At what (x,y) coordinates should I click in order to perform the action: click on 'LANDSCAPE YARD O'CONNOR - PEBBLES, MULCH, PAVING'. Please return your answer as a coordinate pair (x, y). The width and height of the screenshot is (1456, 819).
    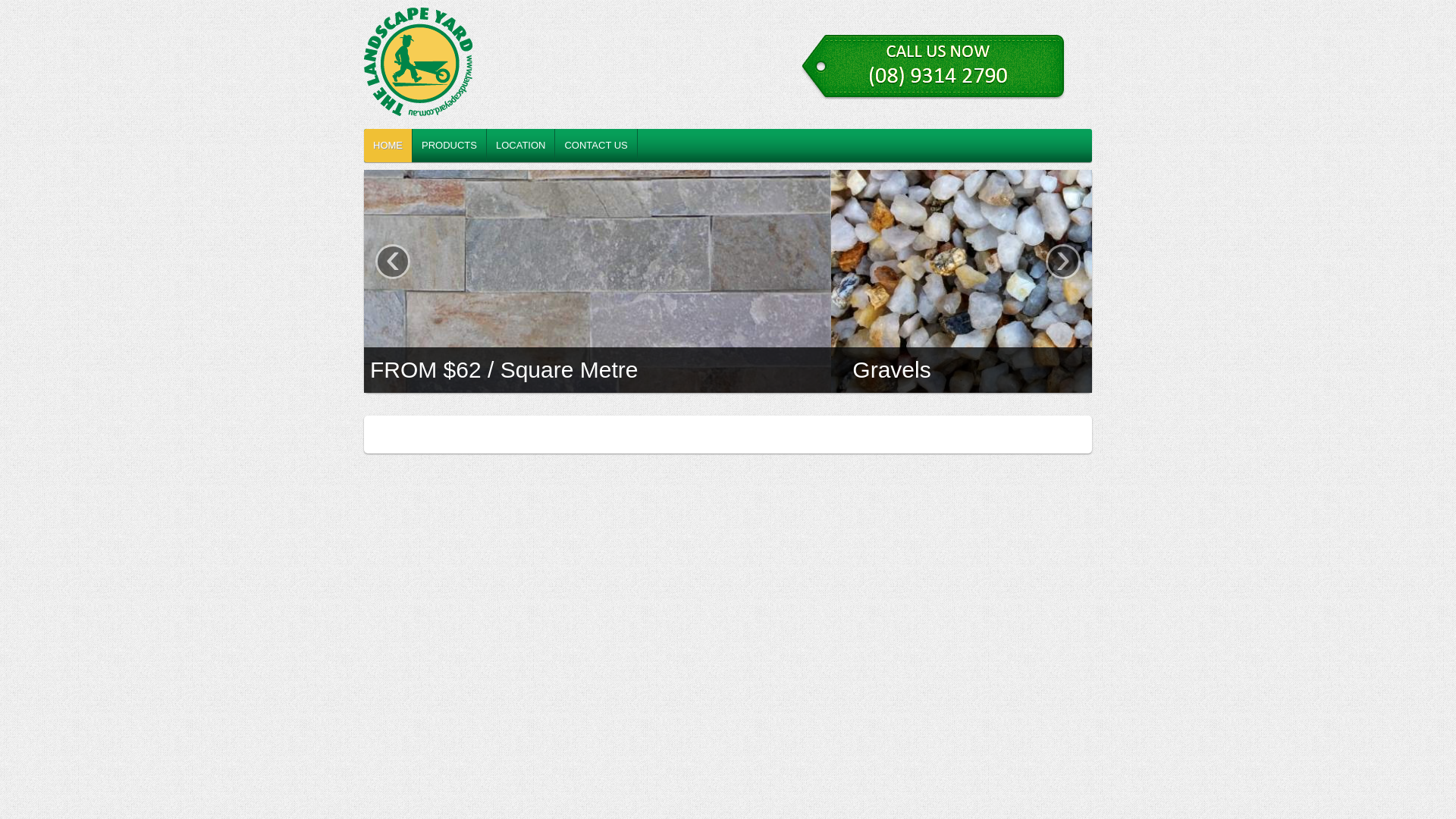
    Looking at the image, I should click on (496, 63).